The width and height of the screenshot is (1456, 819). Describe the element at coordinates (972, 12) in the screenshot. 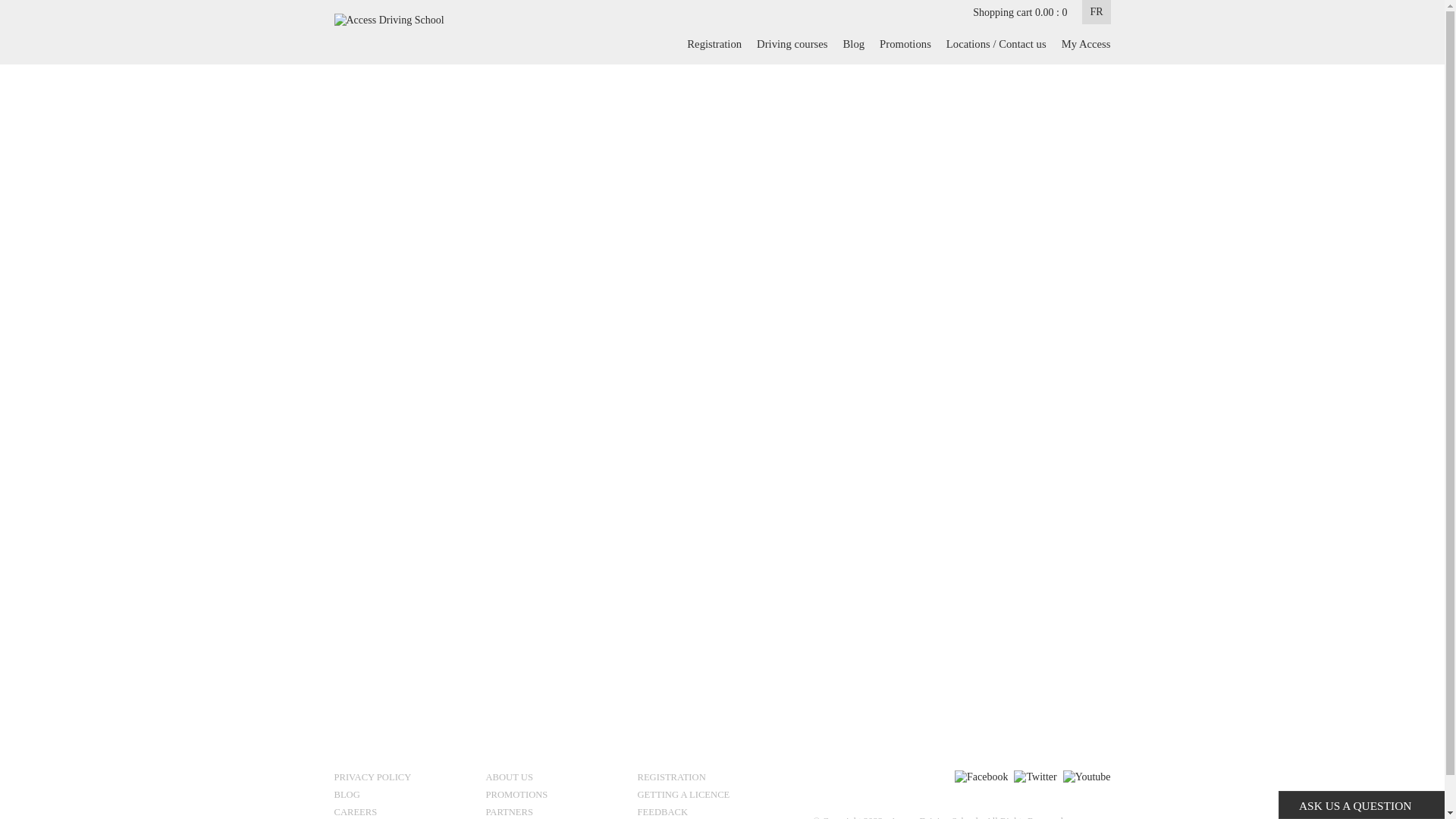

I see `'Shopping cart 0.00 : 0'` at that location.